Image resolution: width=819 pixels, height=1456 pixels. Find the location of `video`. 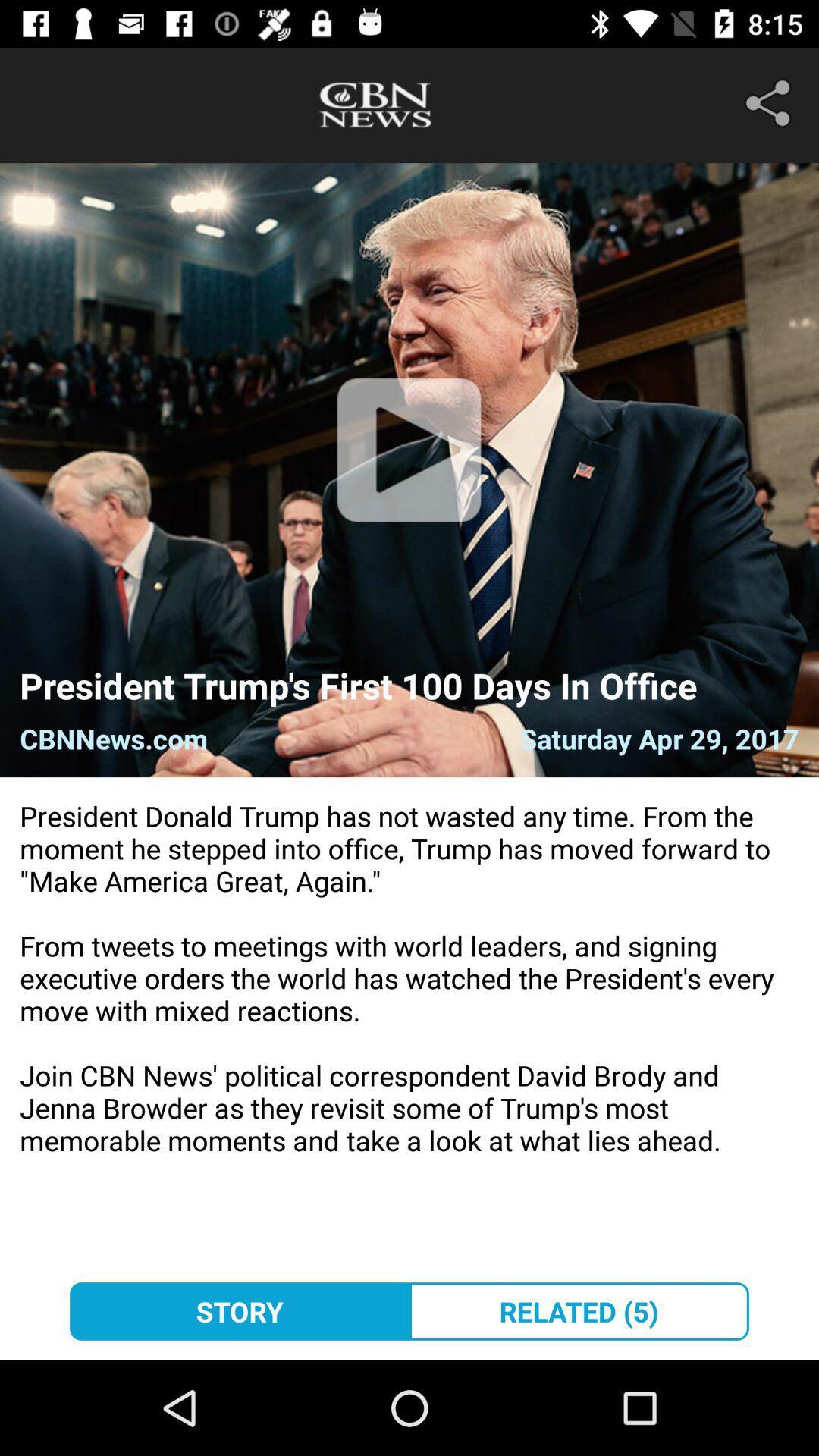

video is located at coordinates (408, 469).